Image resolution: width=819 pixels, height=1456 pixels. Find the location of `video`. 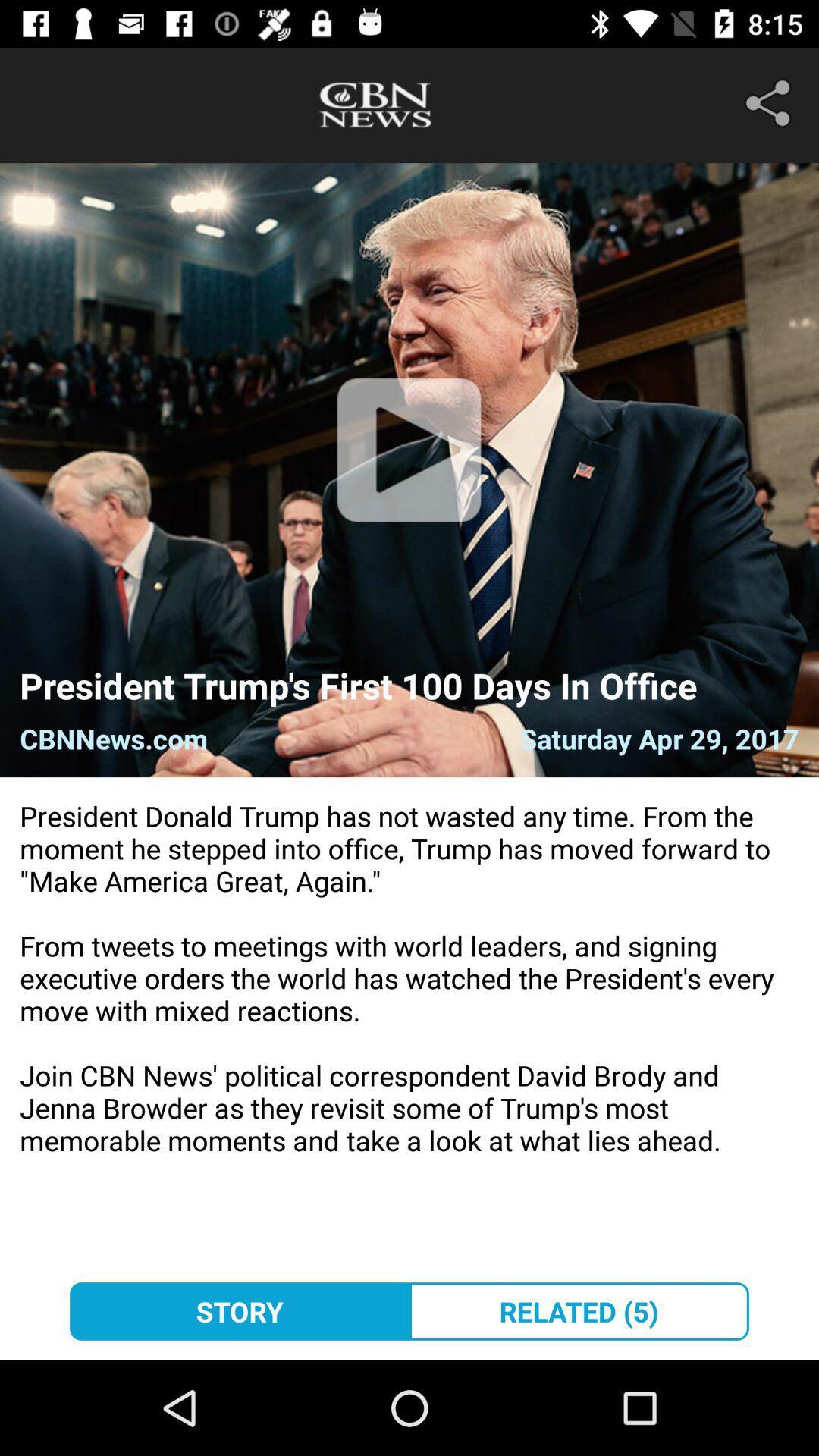

video is located at coordinates (408, 469).